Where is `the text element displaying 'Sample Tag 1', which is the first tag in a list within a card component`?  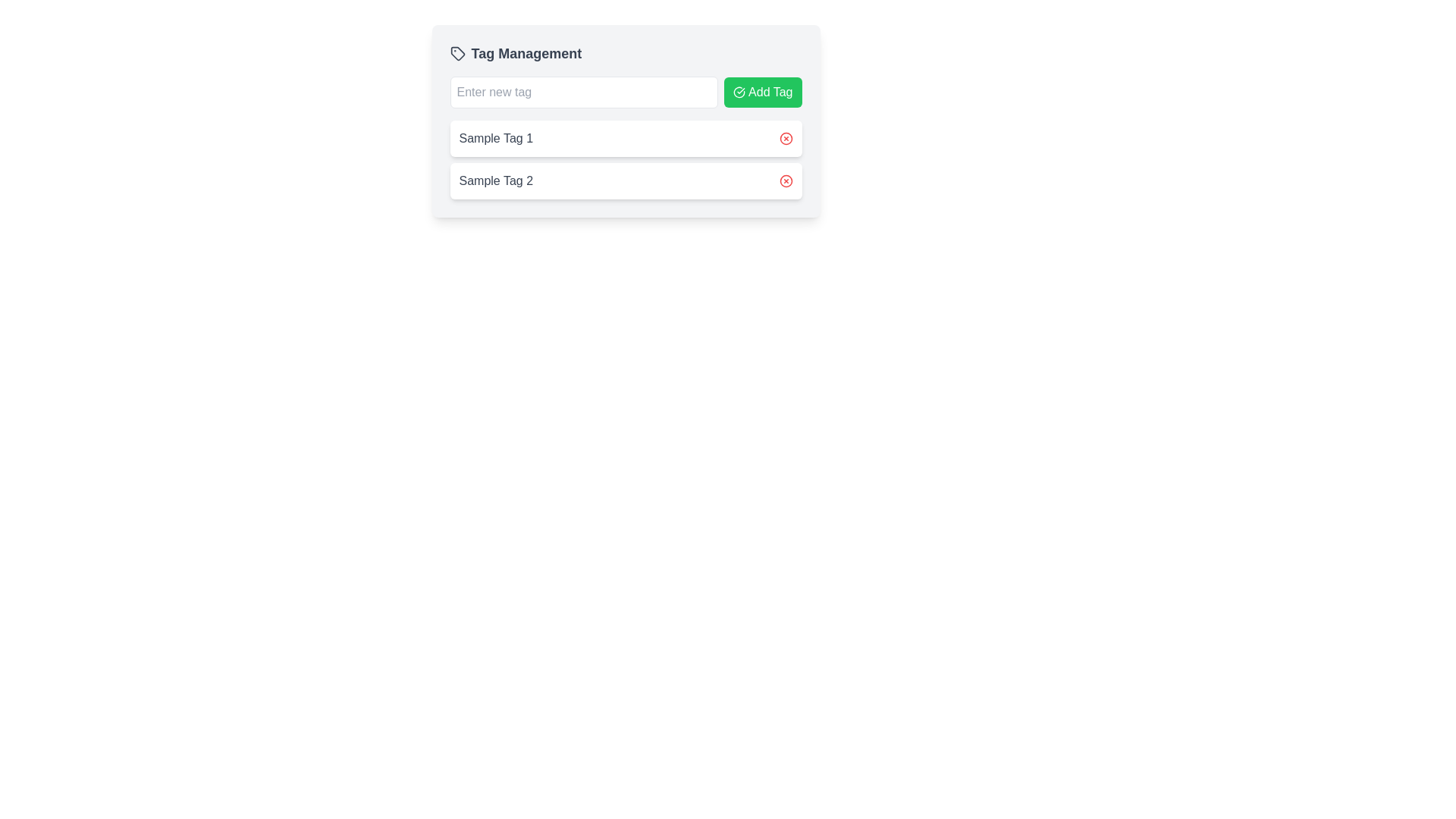 the text element displaying 'Sample Tag 1', which is the first tag in a list within a card component is located at coordinates (496, 138).